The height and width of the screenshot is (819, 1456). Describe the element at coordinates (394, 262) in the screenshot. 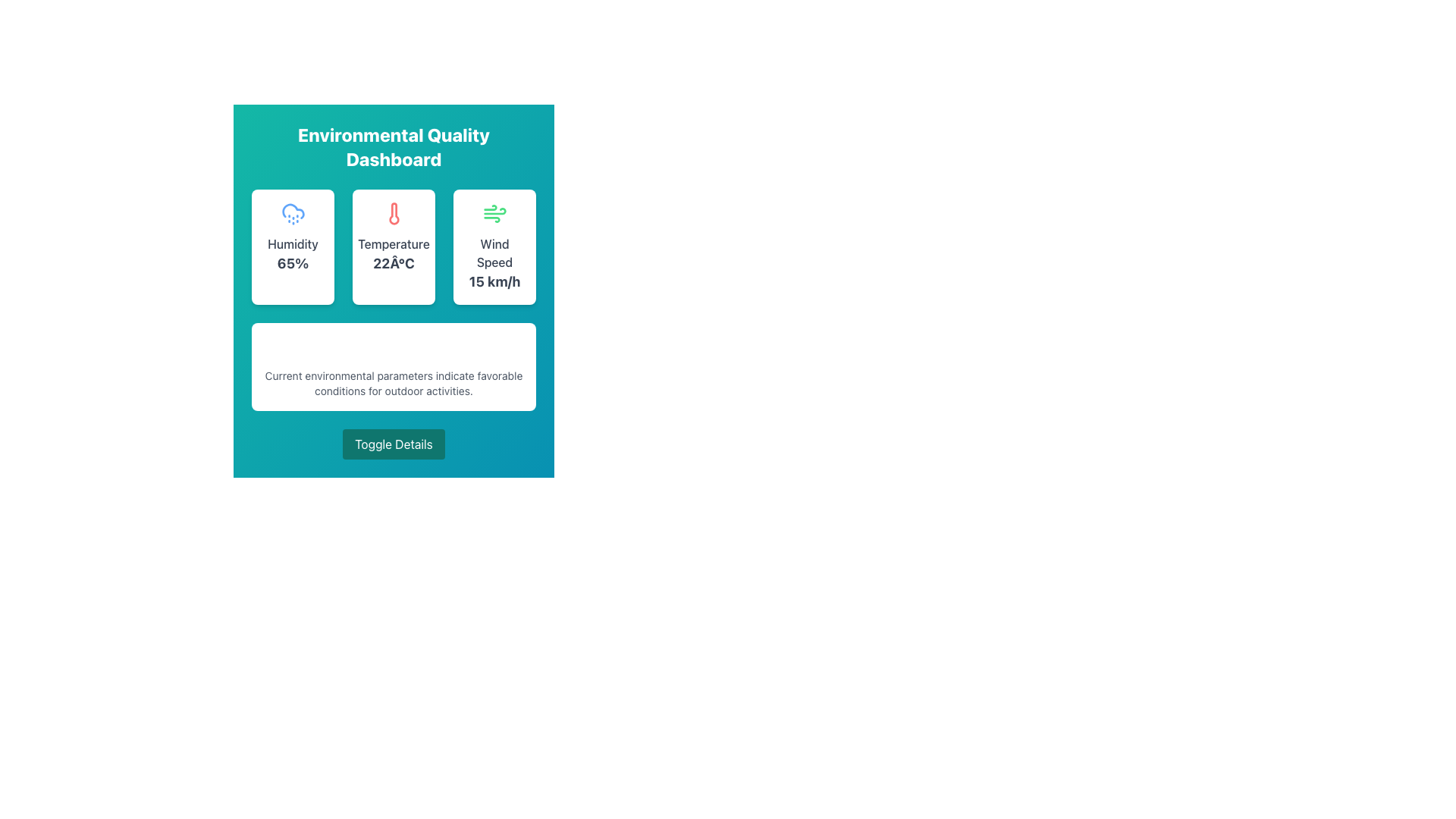

I see `current temperature displayed in the static Text label located in the 'Temperature' card on the dashboard, positioned centrally between the 'Humidity' and 'Wind Speed' cards` at that location.